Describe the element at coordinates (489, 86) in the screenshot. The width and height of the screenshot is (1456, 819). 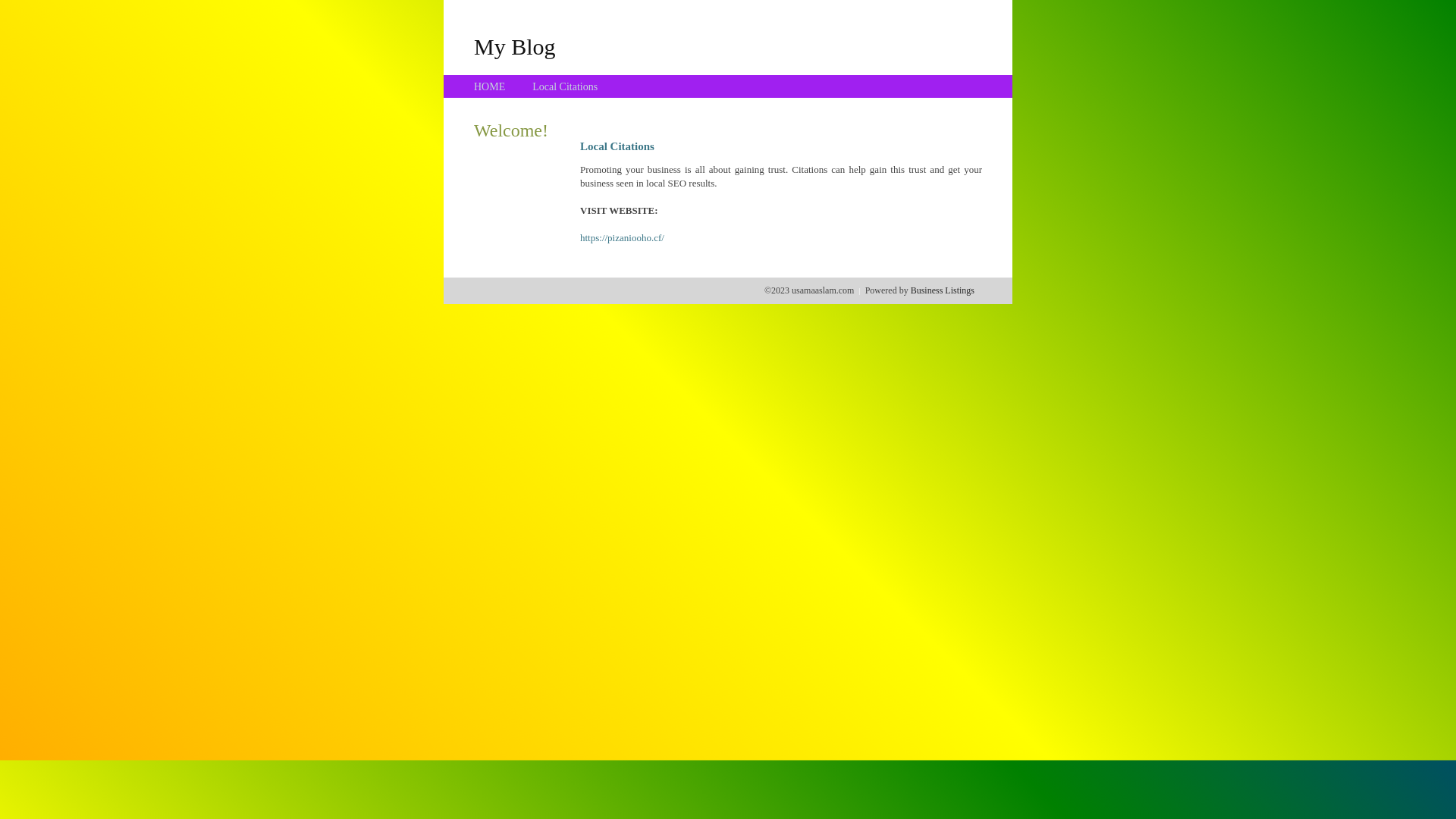
I see `'HOME'` at that location.